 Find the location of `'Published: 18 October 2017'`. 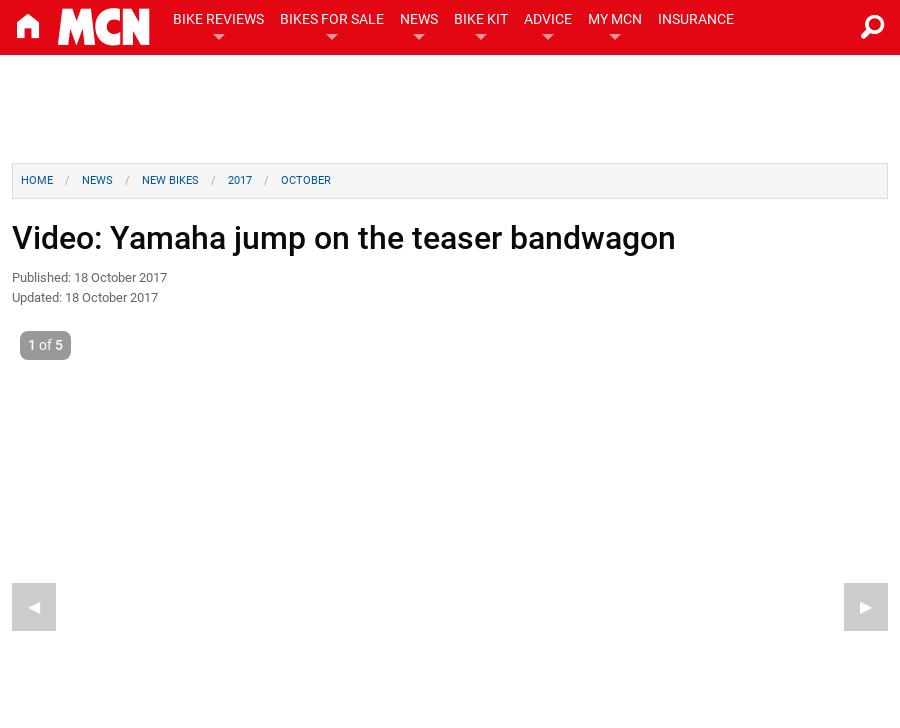

'Published: 18 October 2017' is located at coordinates (88, 277).